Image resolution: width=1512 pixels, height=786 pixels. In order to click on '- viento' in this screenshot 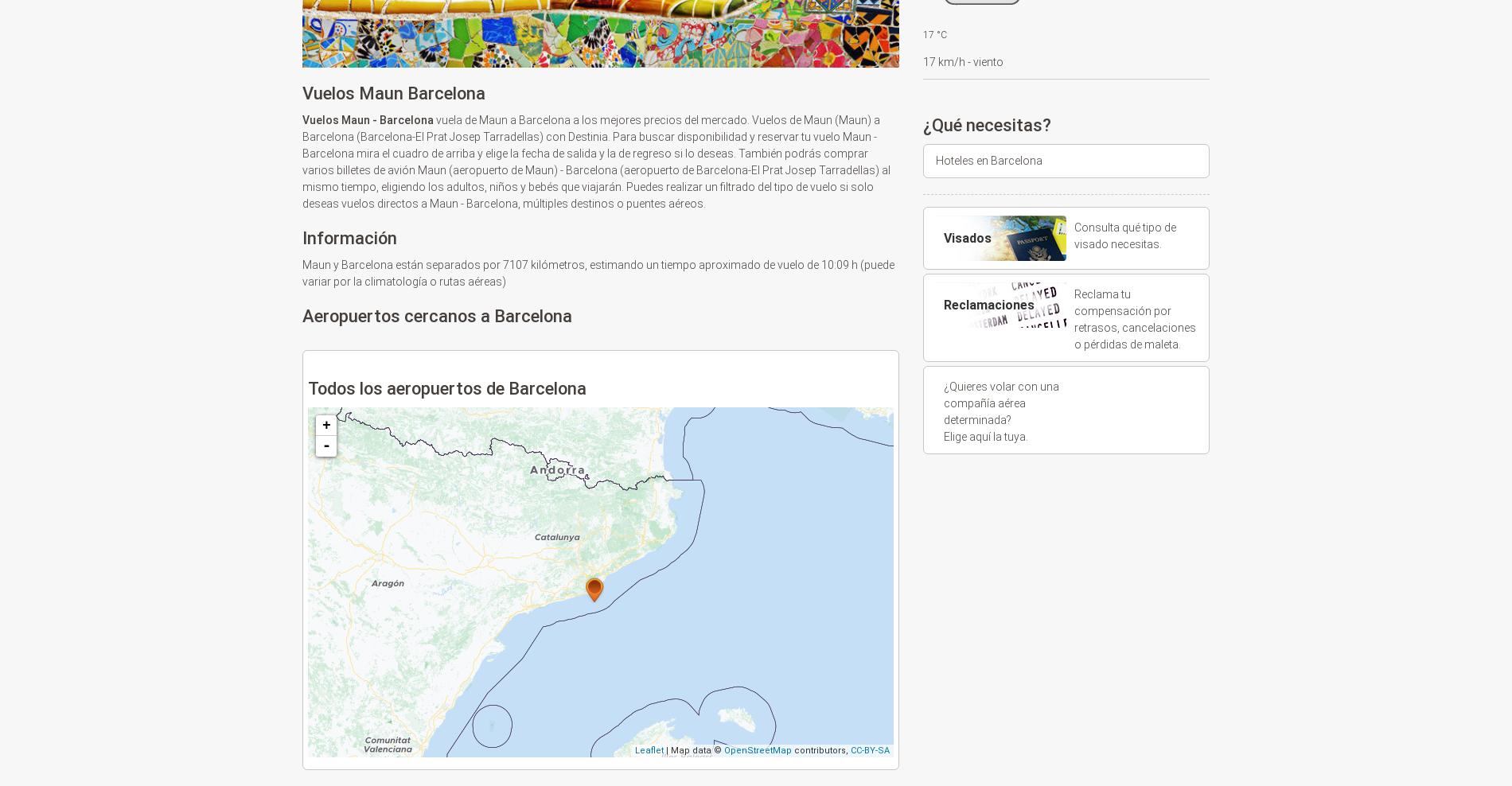, I will do `click(984, 60)`.